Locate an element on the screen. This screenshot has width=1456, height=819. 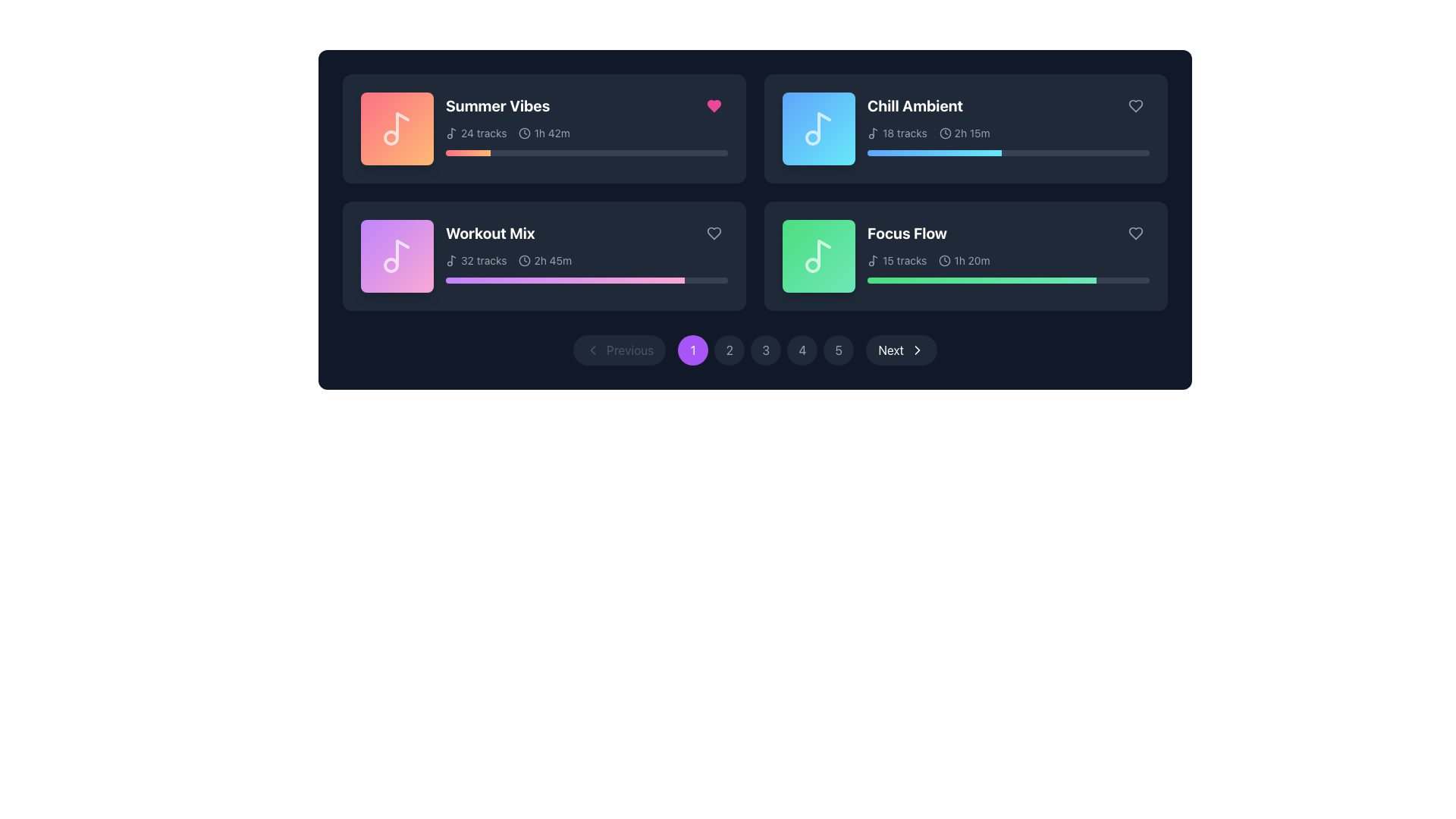
the music note icon, which is styled as an outlined circle with an upward note tail, located centrally within the second music playlist card titled 'Workout Mix' in the bottom-left of the interface is located at coordinates (397, 256).